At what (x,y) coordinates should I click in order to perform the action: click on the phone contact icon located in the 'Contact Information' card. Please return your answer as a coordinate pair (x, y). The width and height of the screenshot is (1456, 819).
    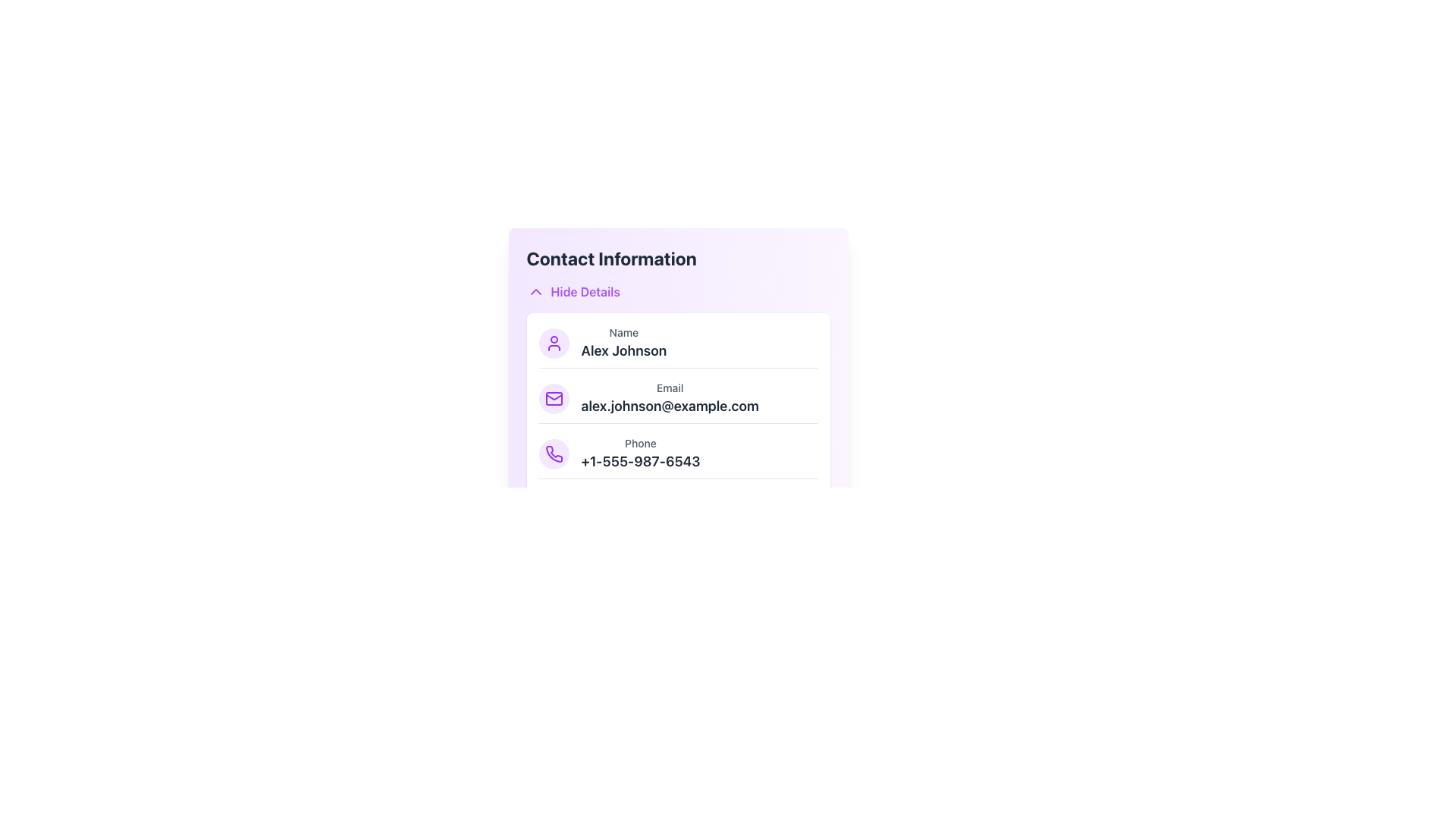
    Looking at the image, I should click on (553, 453).